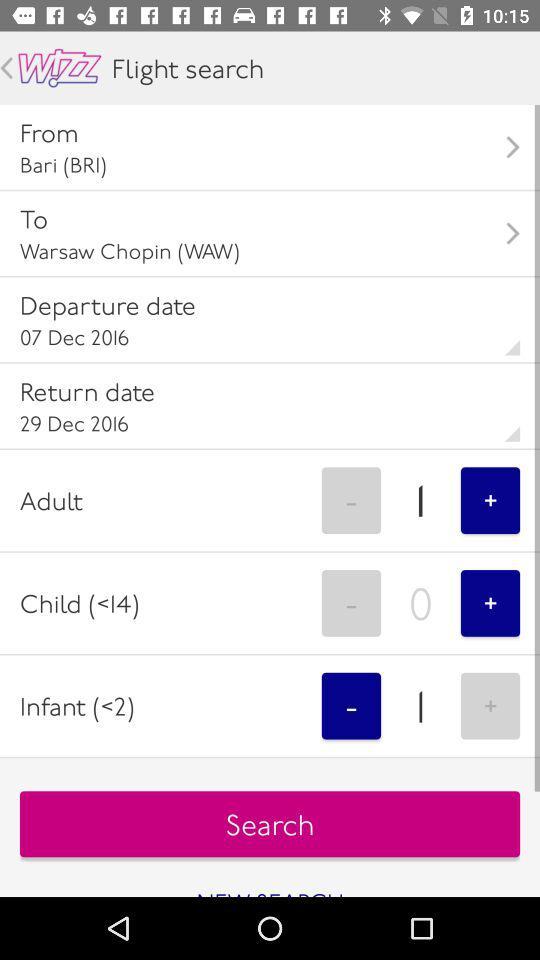 The width and height of the screenshot is (540, 960). I want to click on go back, so click(5, 68).